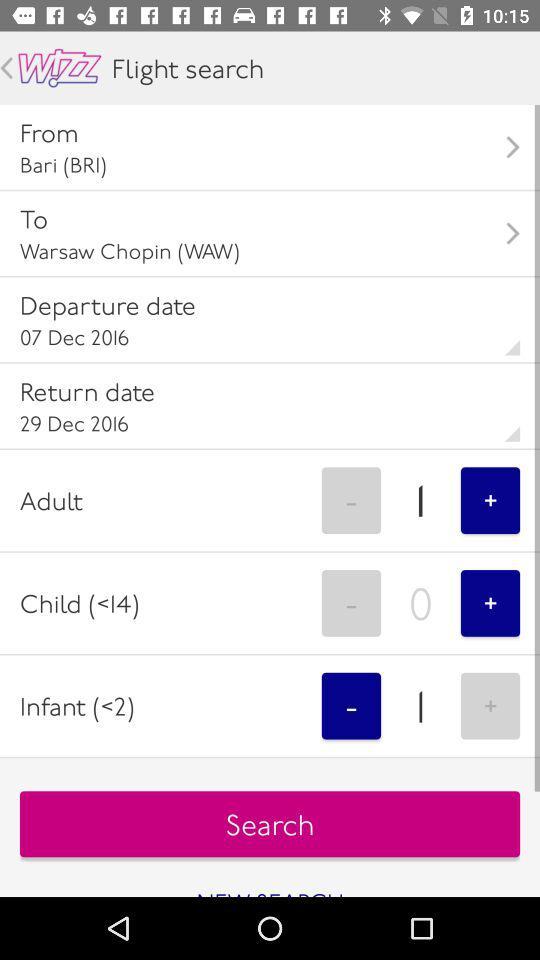 The width and height of the screenshot is (540, 960). I want to click on go back, so click(5, 68).